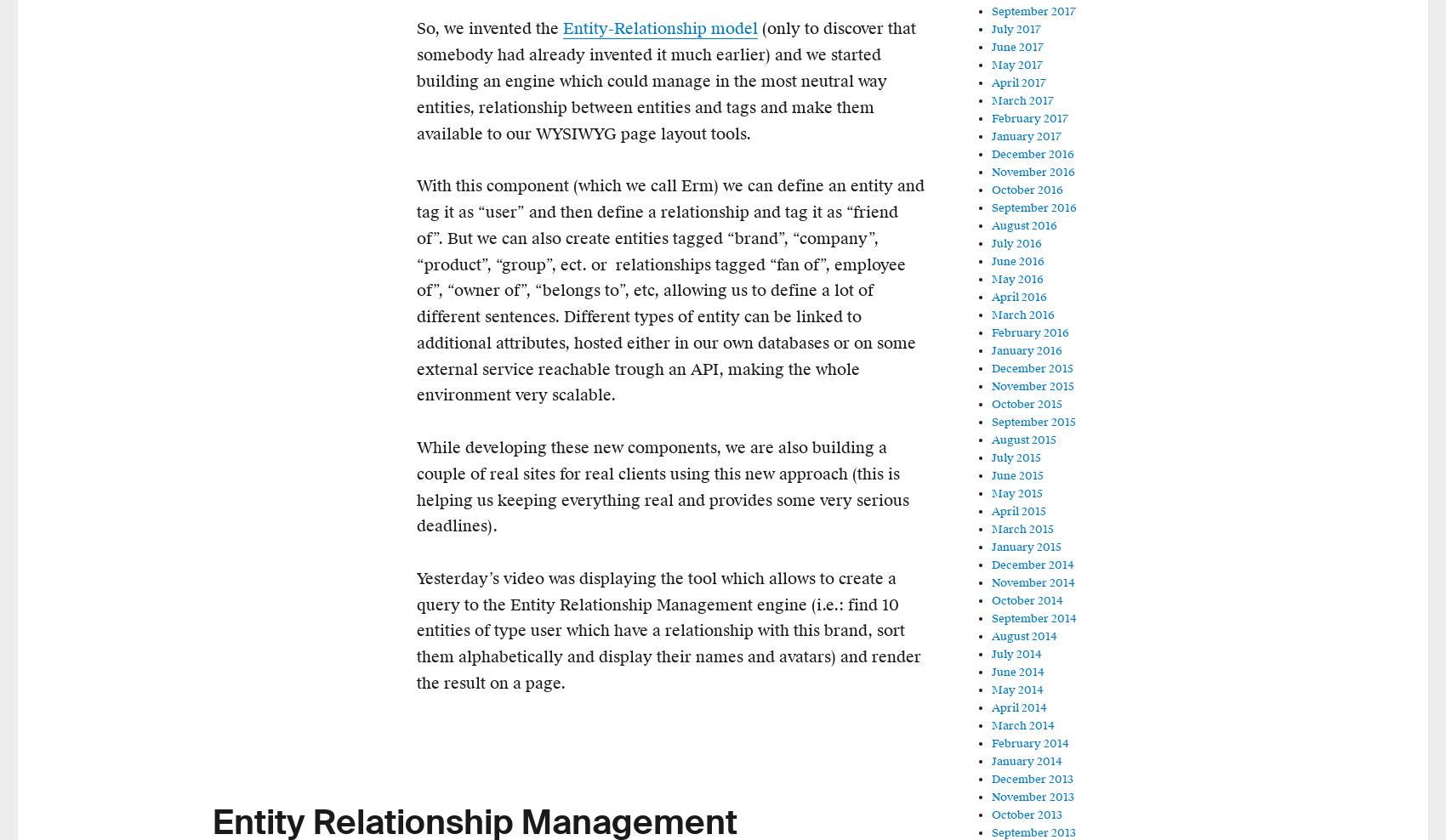  What do you see at coordinates (1016, 654) in the screenshot?
I see `'July 2014'` at bounding box center [1016, 654].